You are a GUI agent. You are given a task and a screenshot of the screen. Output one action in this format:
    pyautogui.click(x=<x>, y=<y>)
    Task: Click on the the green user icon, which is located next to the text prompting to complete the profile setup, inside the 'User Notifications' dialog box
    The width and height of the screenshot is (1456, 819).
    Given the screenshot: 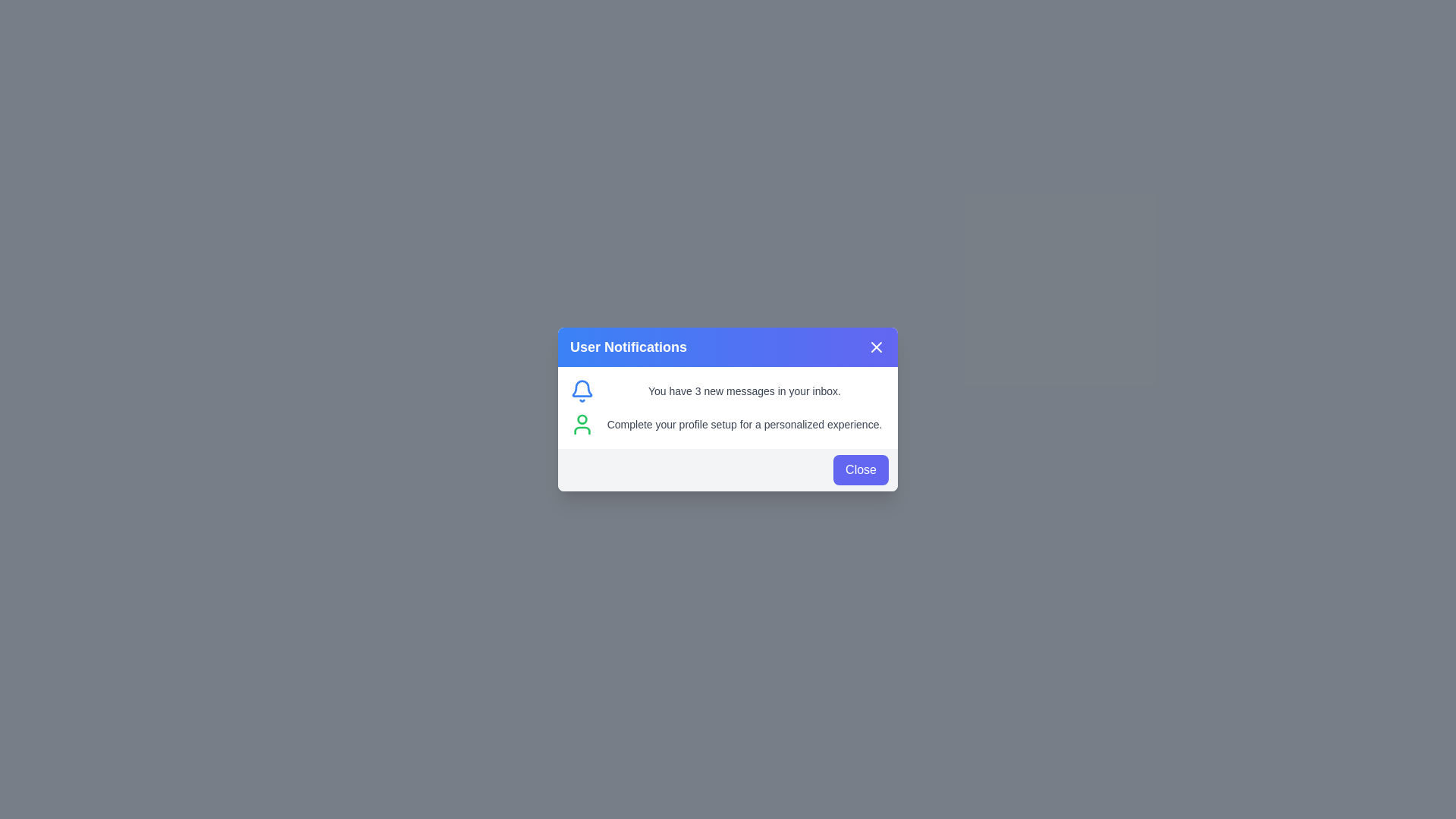 What is the action you would take?
    pyautogui.click(x=582, y=424)
    